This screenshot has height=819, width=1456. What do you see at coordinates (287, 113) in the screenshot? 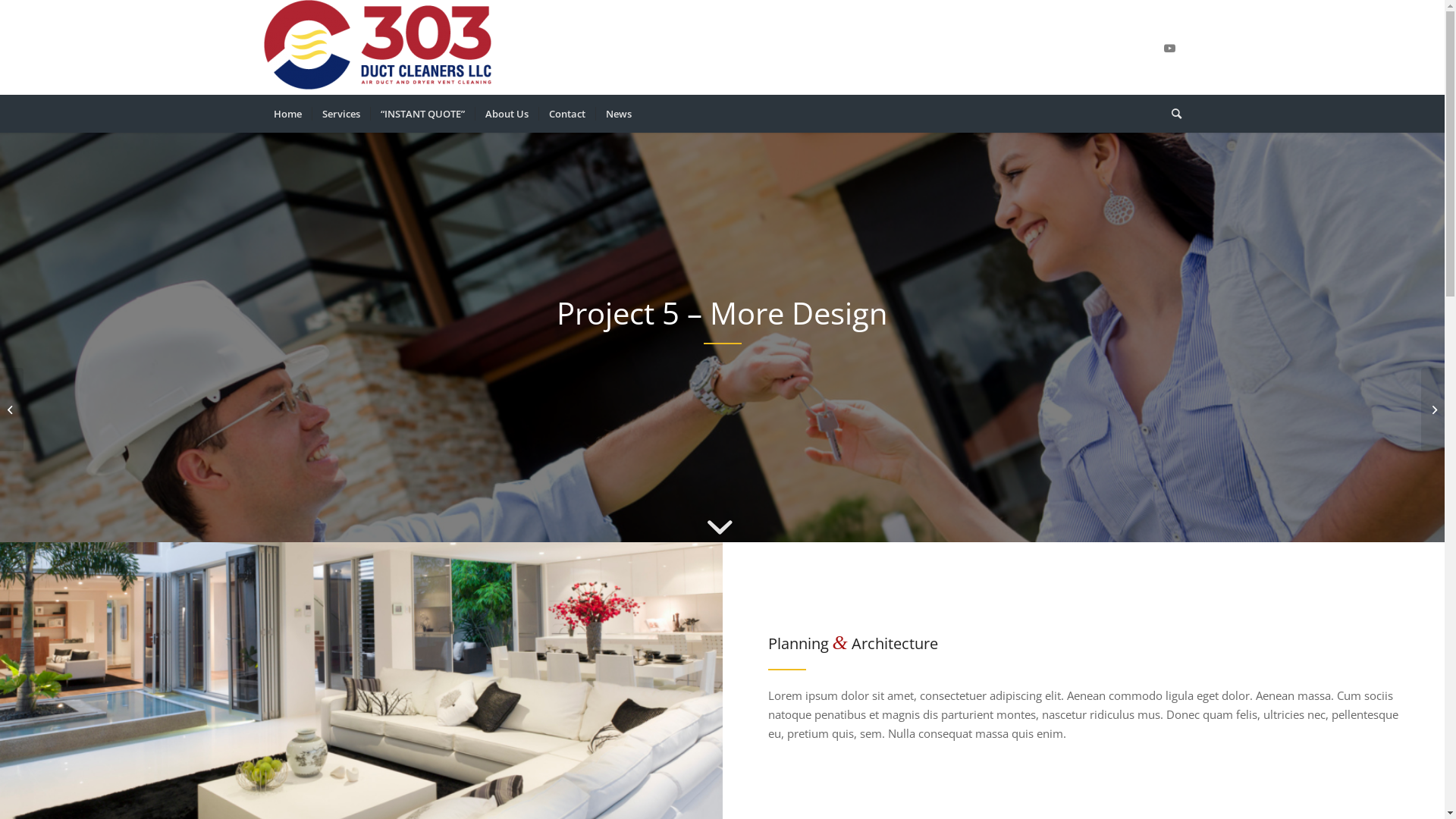
I see `'Home'` at bounding box center [287, 113].